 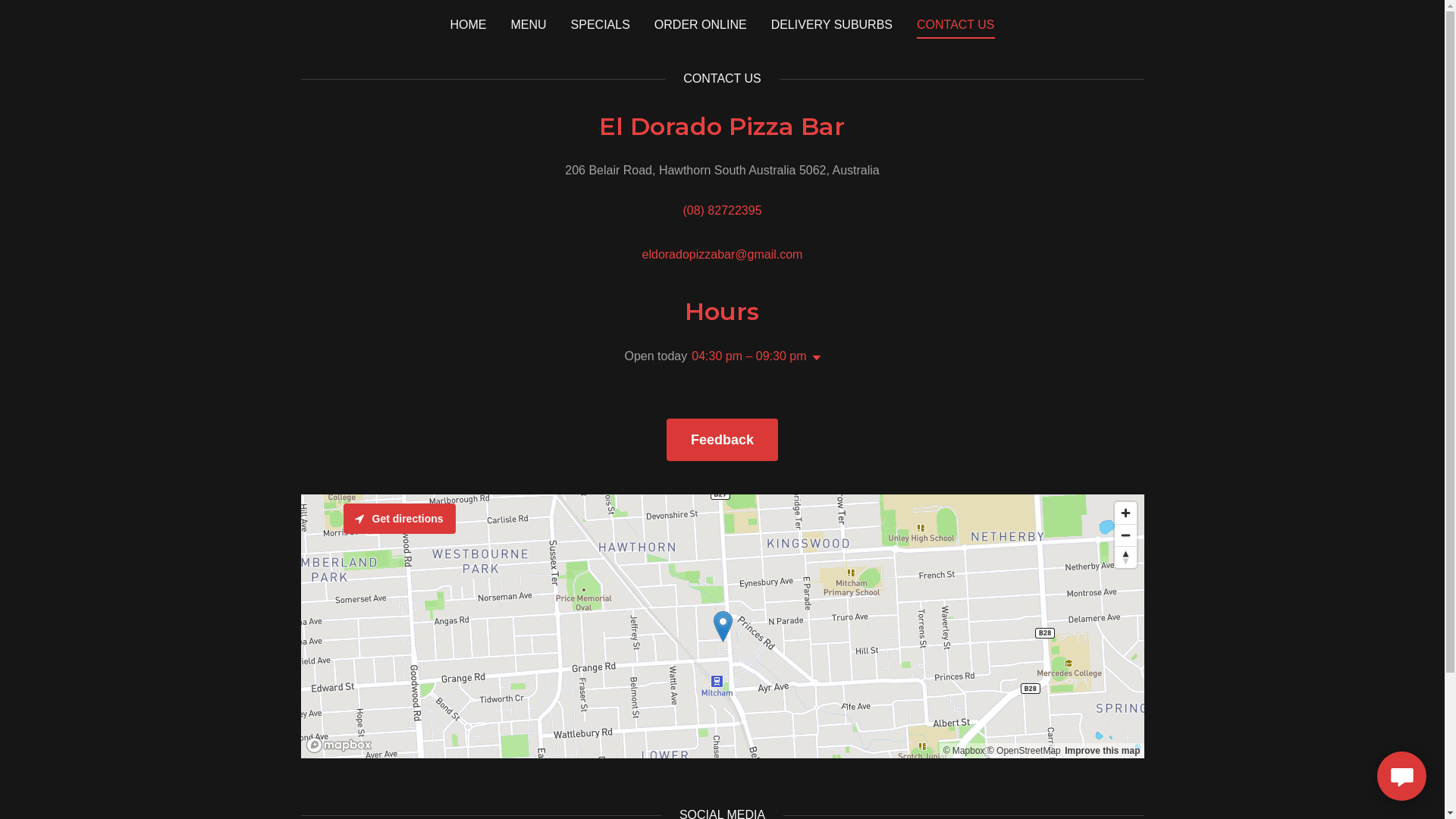 I want to click on 'Get directions', so click(x=399, y=517).